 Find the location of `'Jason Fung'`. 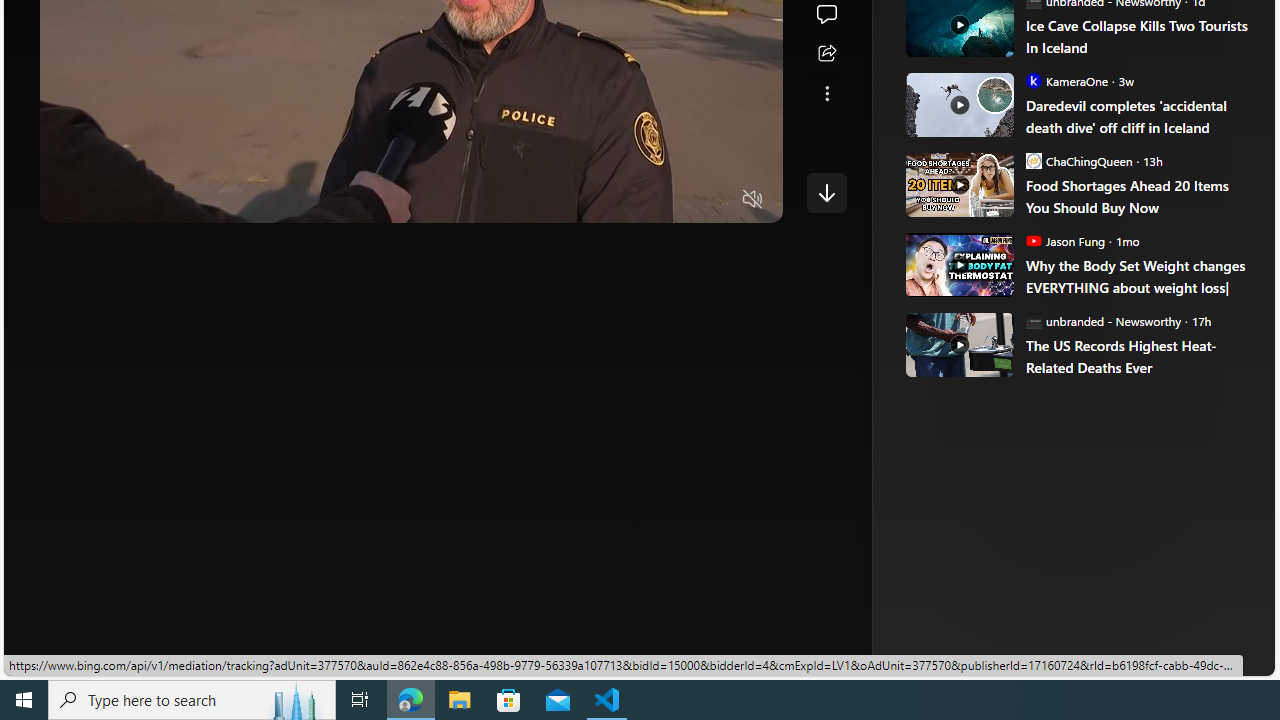

'Jason Fung' is located at coordinates (1033, 239).